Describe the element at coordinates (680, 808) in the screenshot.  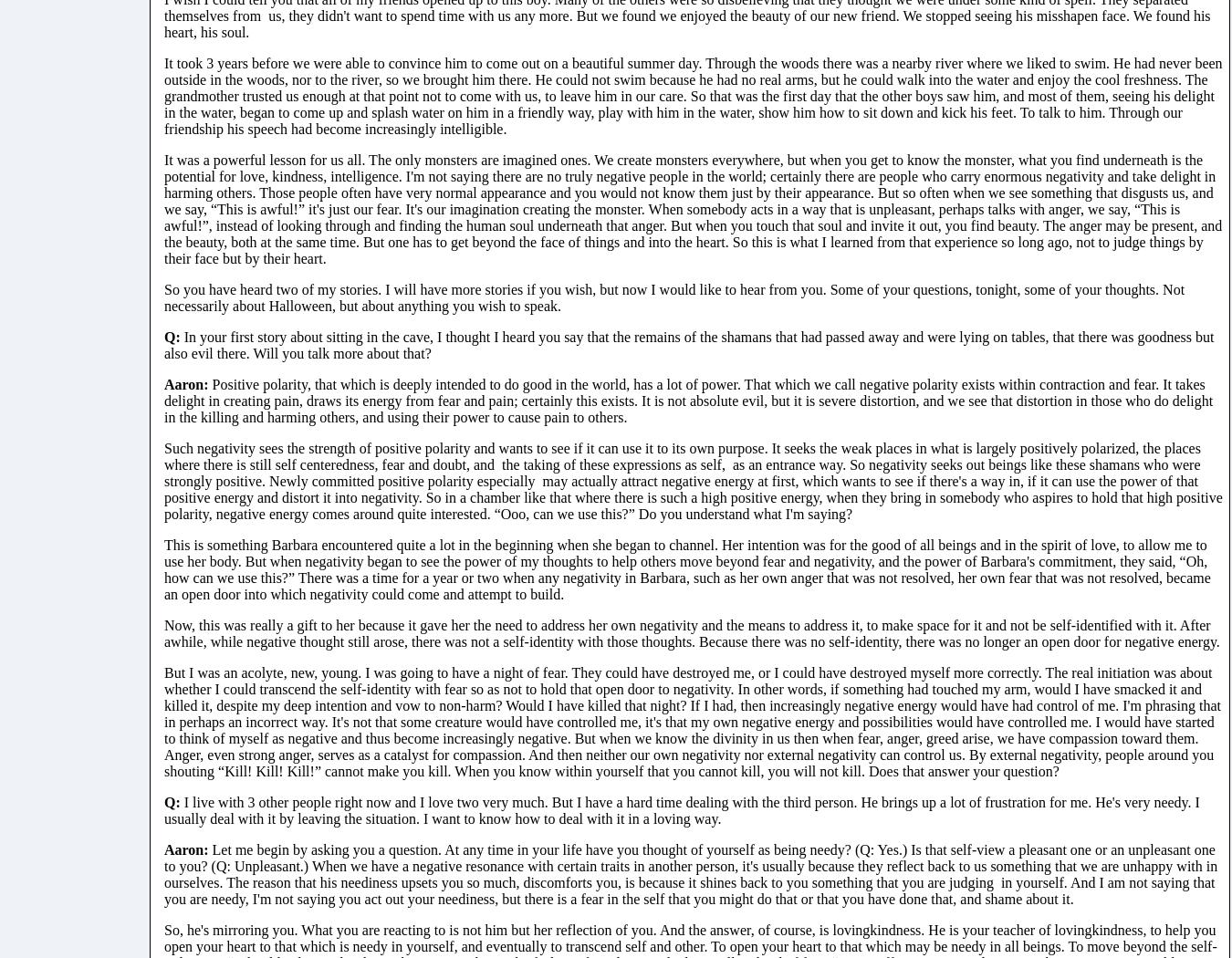
I see `'I live with 3 other people right now and I love two very much. But I have a hard time dealing with the third person. He brings up a lot of frustration for me. He's very needy. I usually deal with it by leaving the situation. I want to know how to deal with it in a loving way.'` at that location.